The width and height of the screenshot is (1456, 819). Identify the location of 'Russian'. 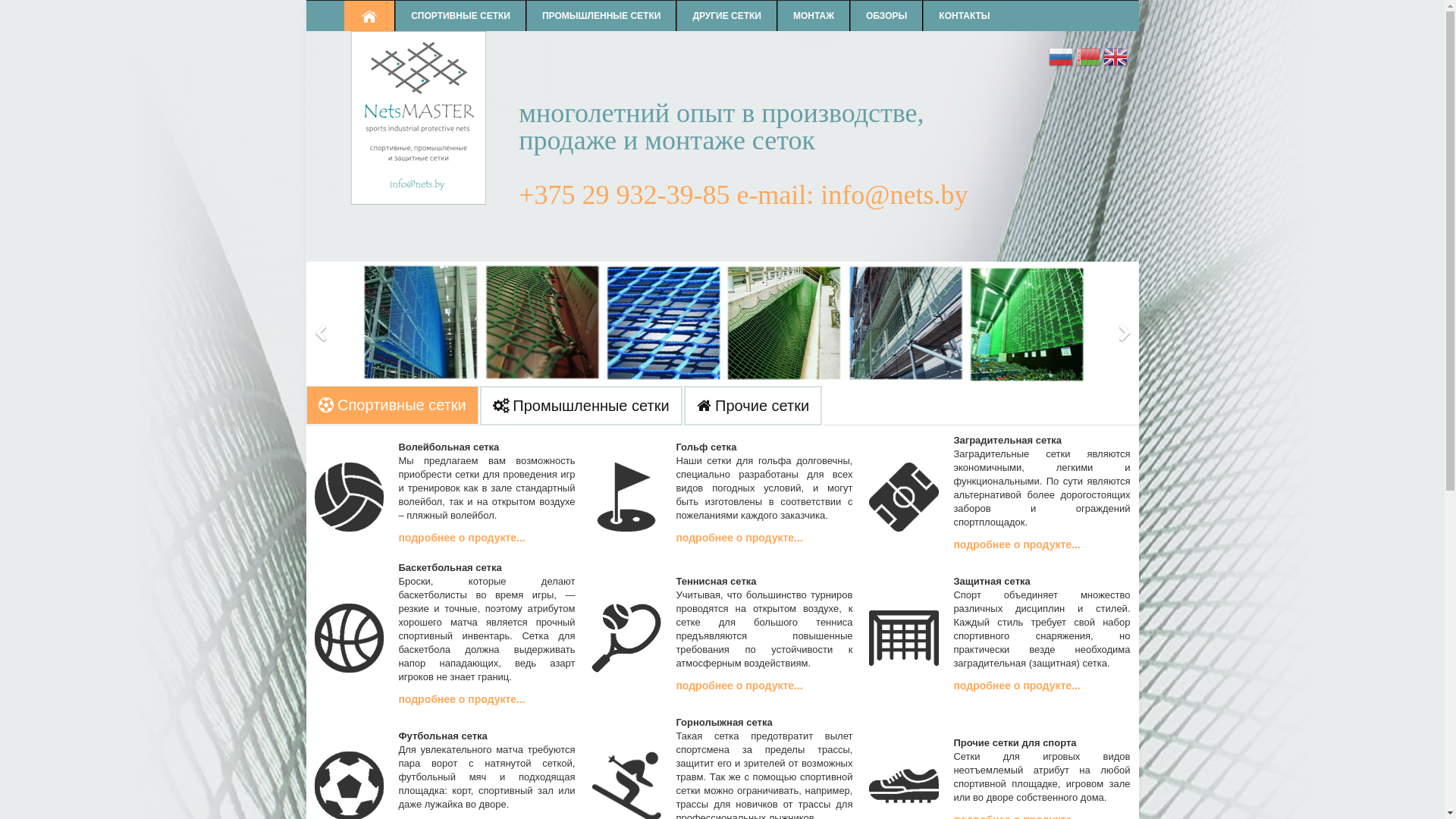
(1059, 58).